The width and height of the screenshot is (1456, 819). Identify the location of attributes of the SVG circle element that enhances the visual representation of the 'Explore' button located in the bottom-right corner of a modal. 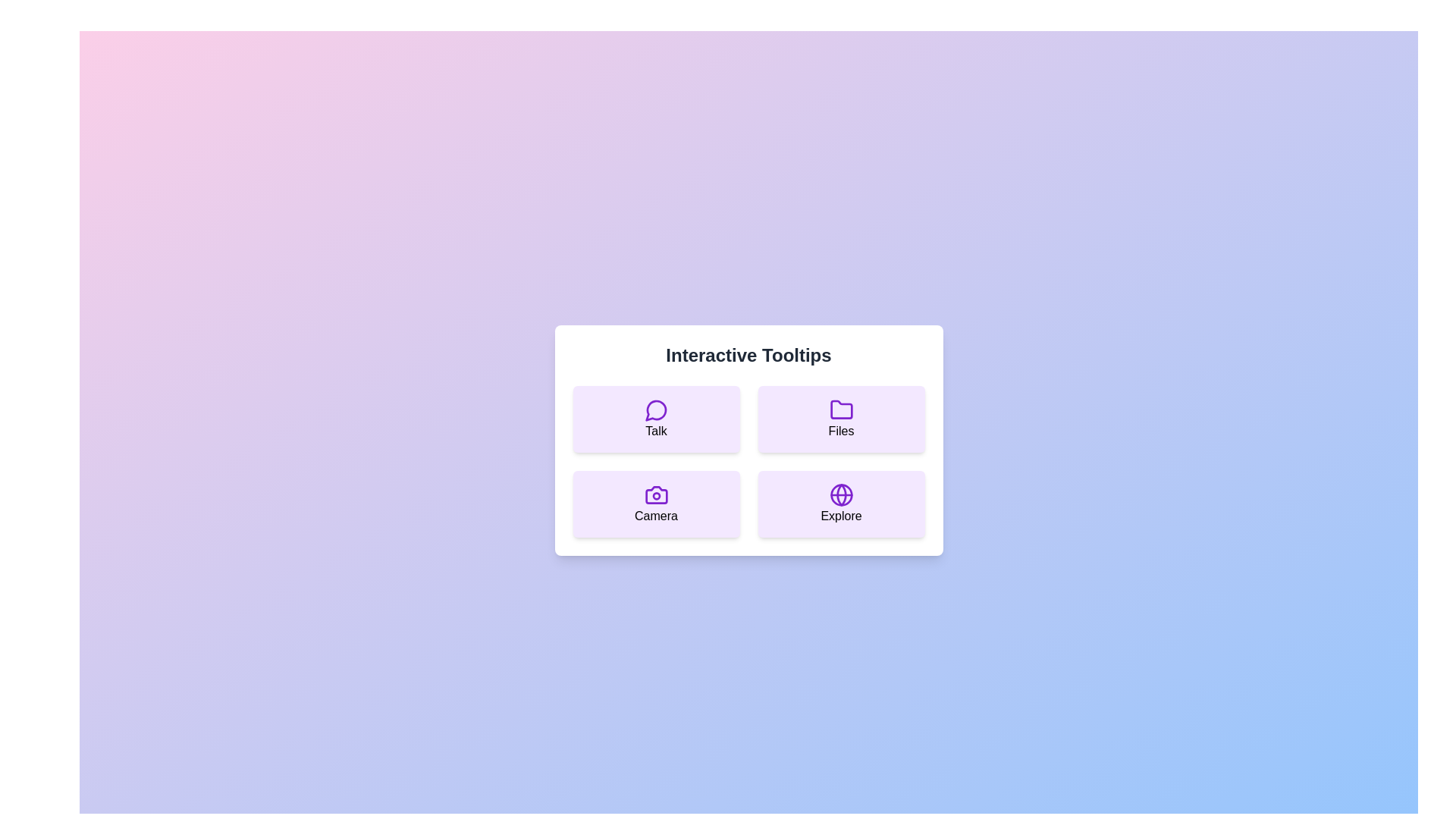
(840, 494).